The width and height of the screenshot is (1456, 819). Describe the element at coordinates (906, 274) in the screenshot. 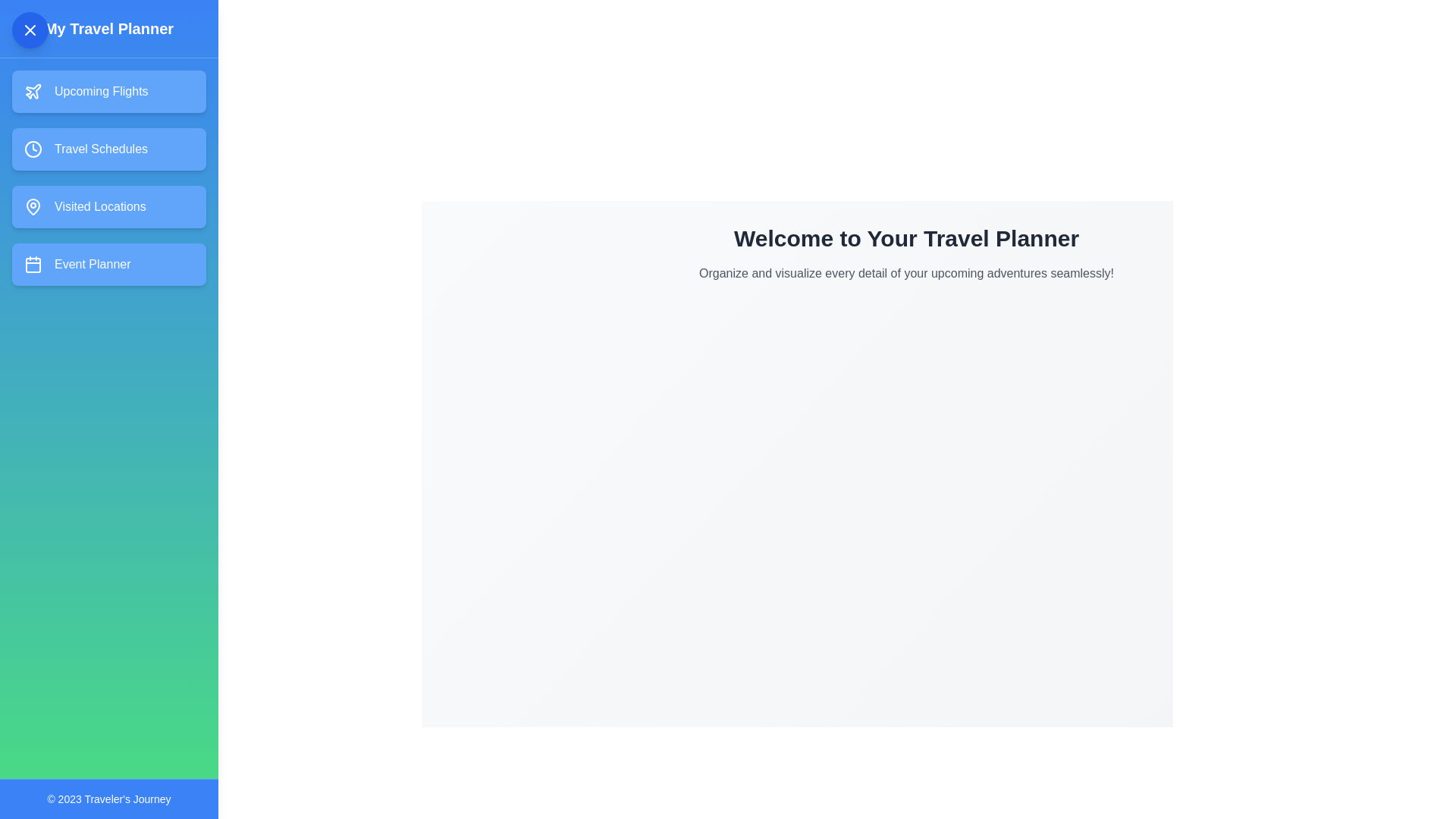

I see `text element containing the message 'Organize and visualize every detail of your upcoming adventures seamlessly!' which is styled in gray and positioned below the header 'Welcome to Your Travel Planner'` at that location.